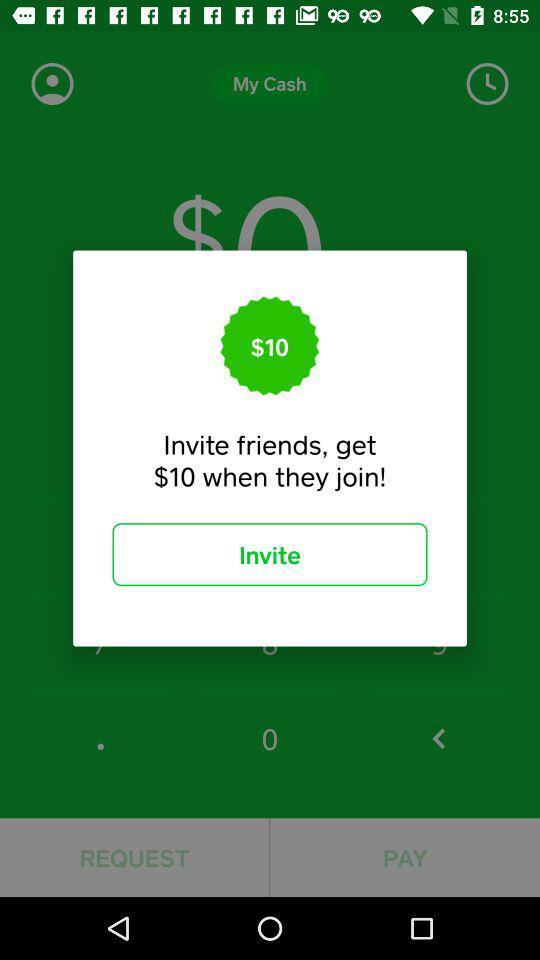  Describe the element at coordinates (486, 84) in the screenshot. I see `the time icon` at that location.